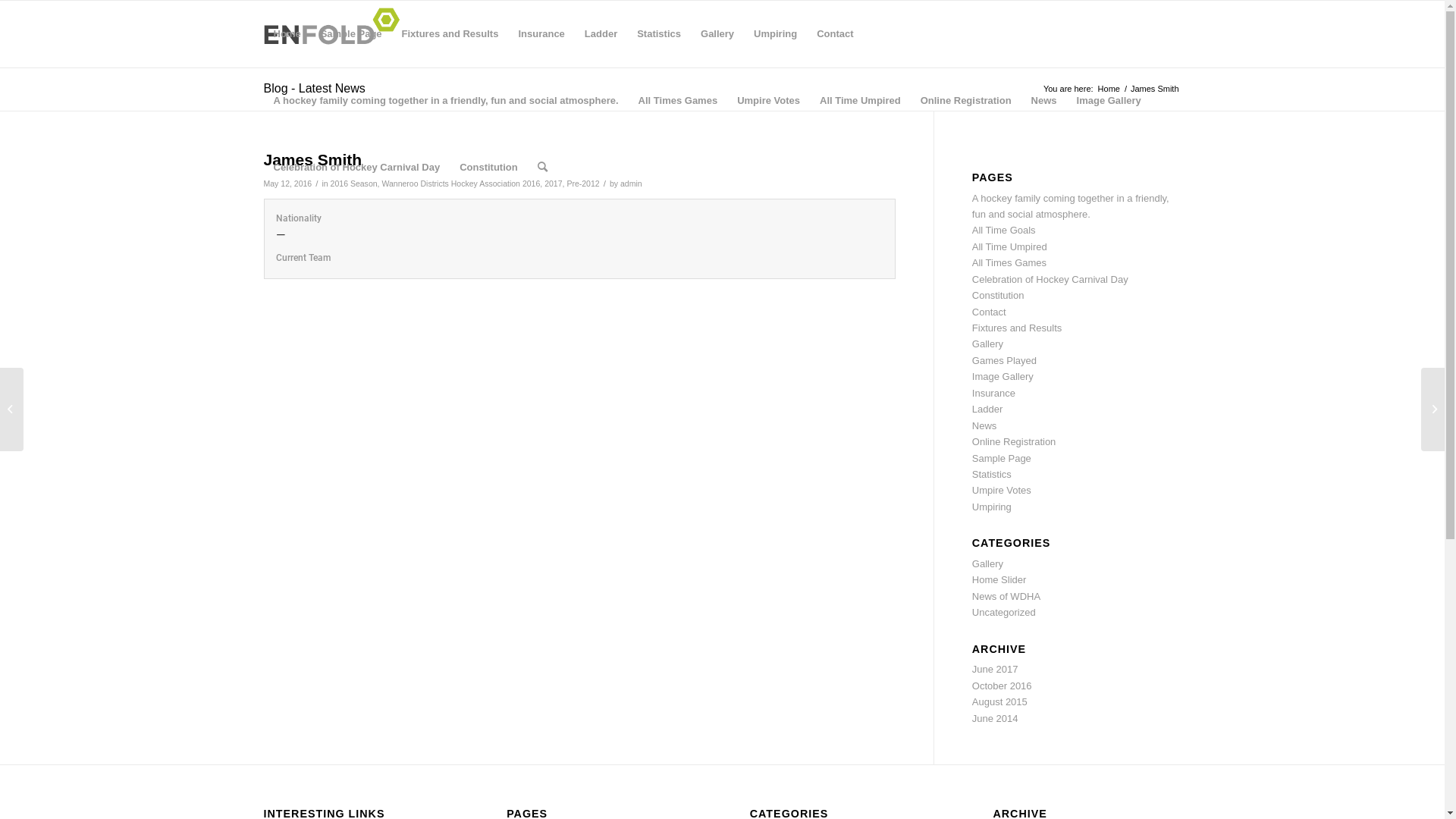 Image resolution: width=1456 pixels, height=819 pixels. What do you see at coordinates (488, 167) in the screenshot?
I see `'Constitution'` at bounding box center [488, 167].